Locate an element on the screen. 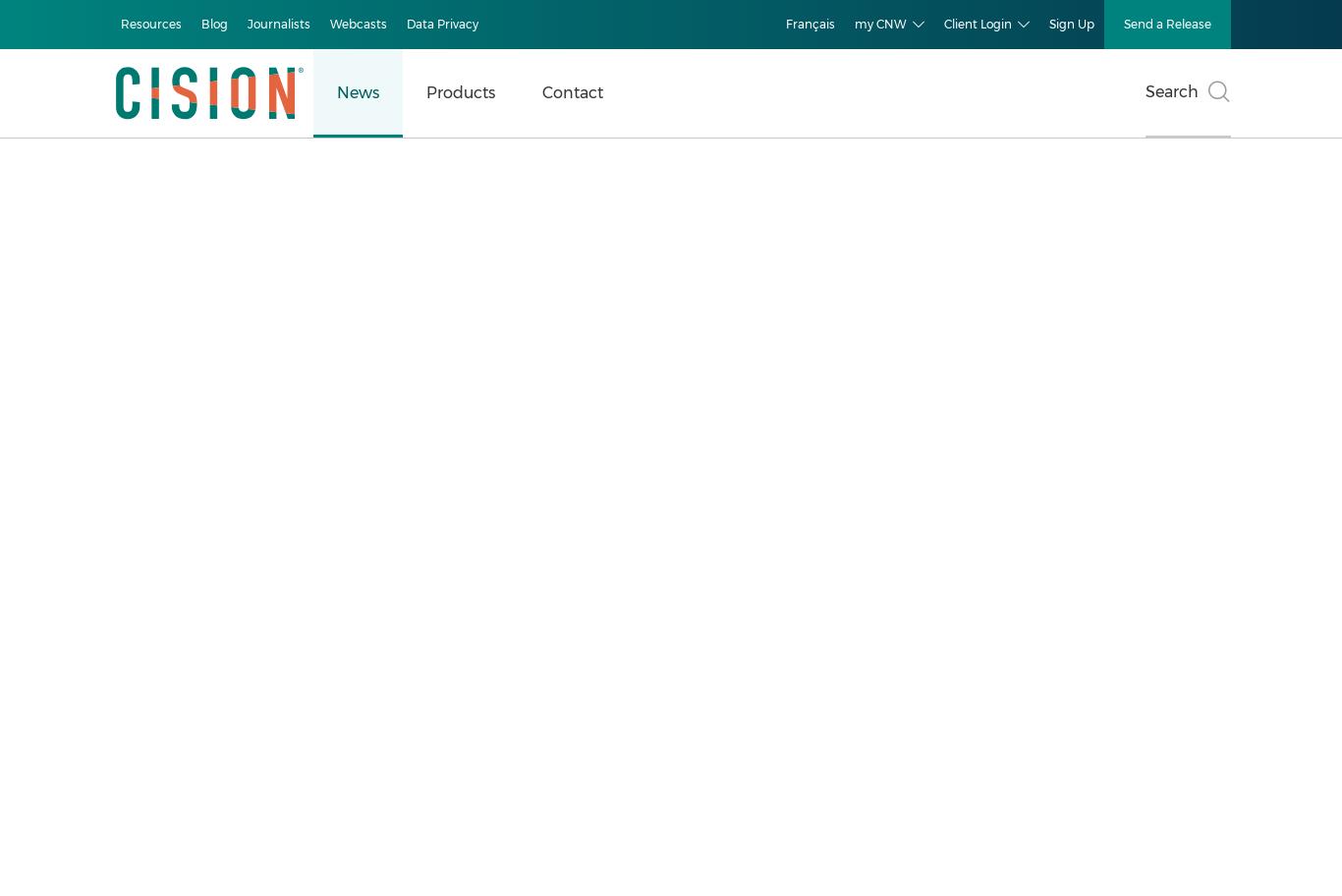  'Heavy Industry & Manufacturing' is located at coordinates (186, 620).